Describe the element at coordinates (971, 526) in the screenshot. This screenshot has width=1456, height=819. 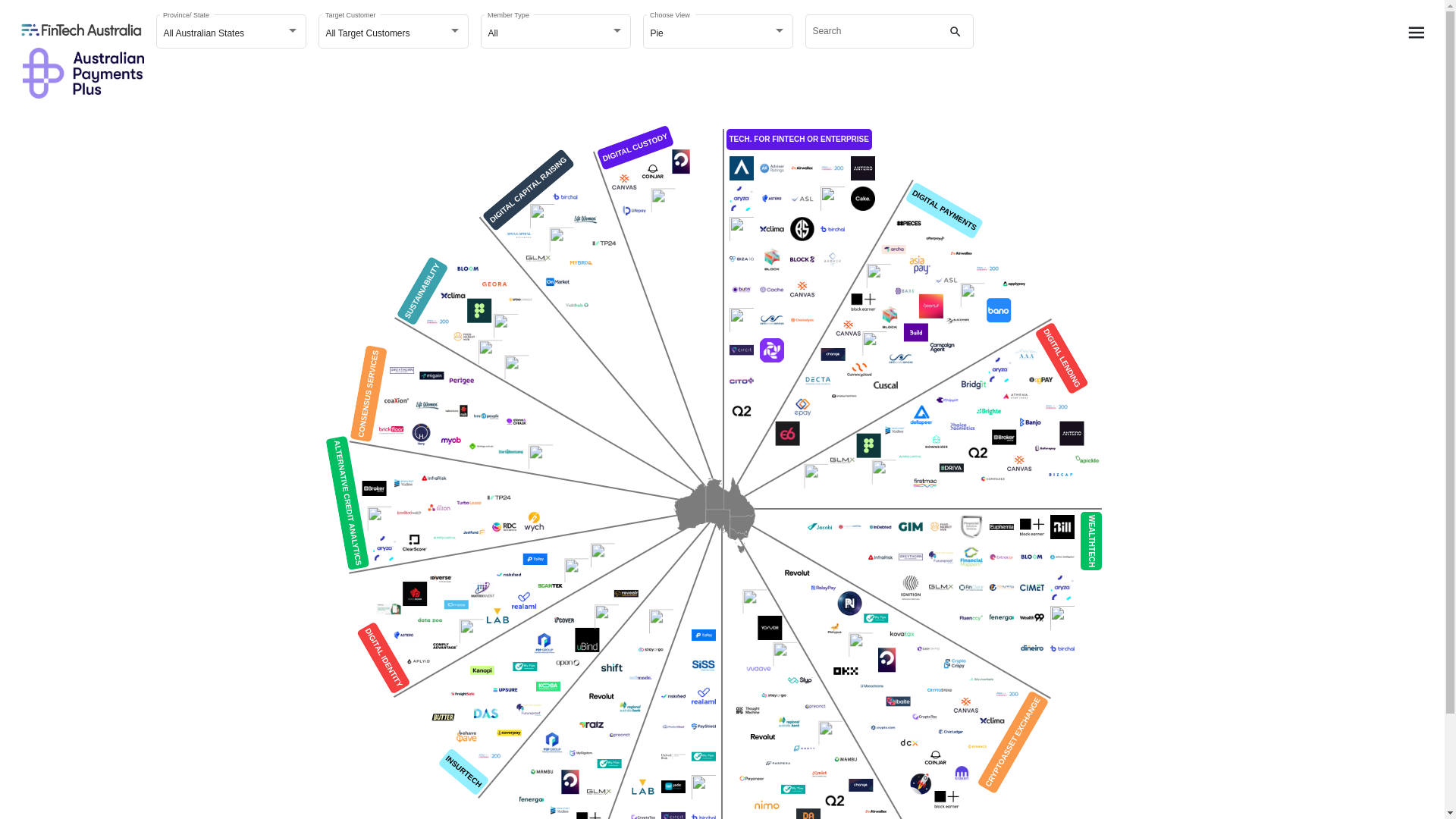
I see `'Financial Advice Online (Plencore Wealth Ltd)'` at that location.